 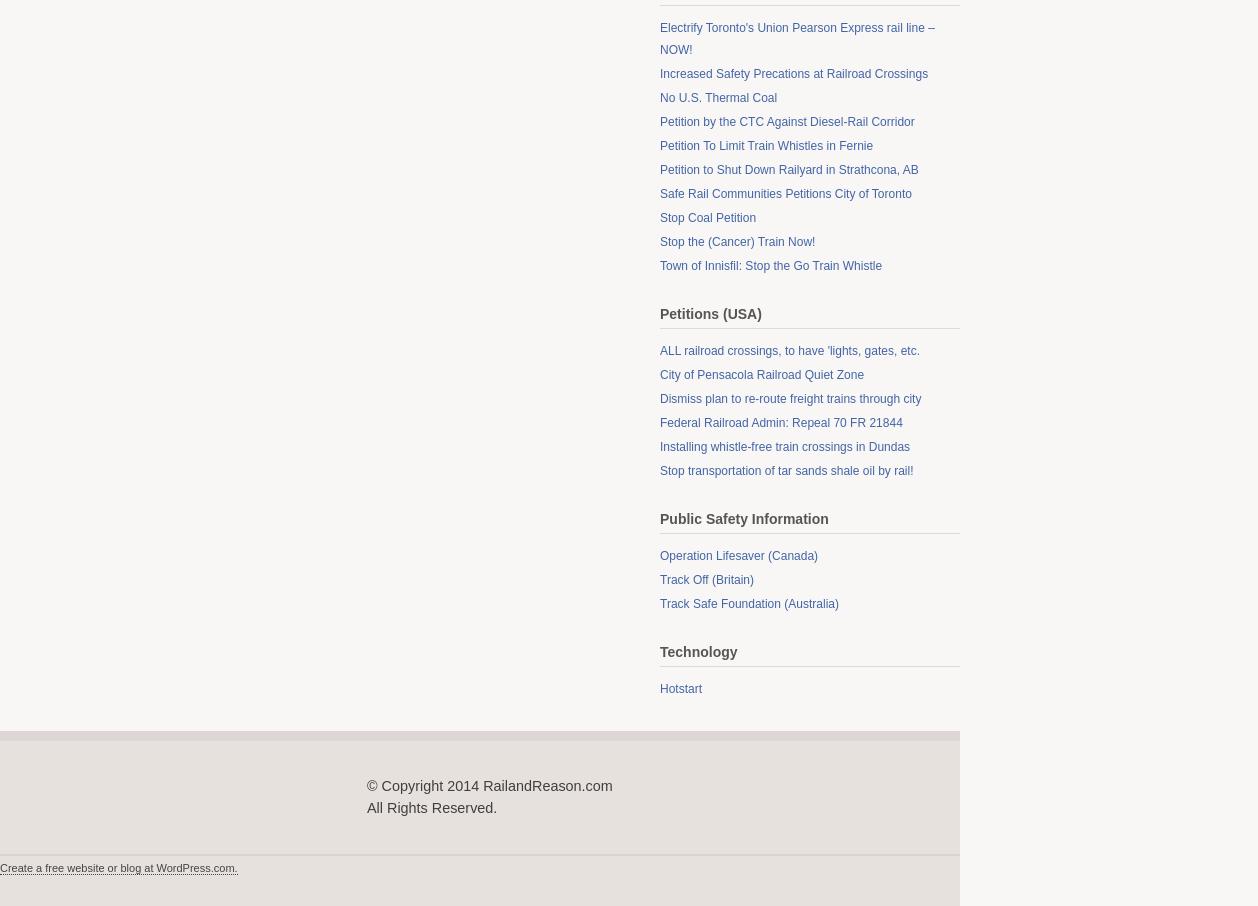 What do you see at coordinates (789, 169) in the screenshot?
I see `'Petition to Shut Down Railyard in Strathcona, AB'` at bounding box center [789, 169].